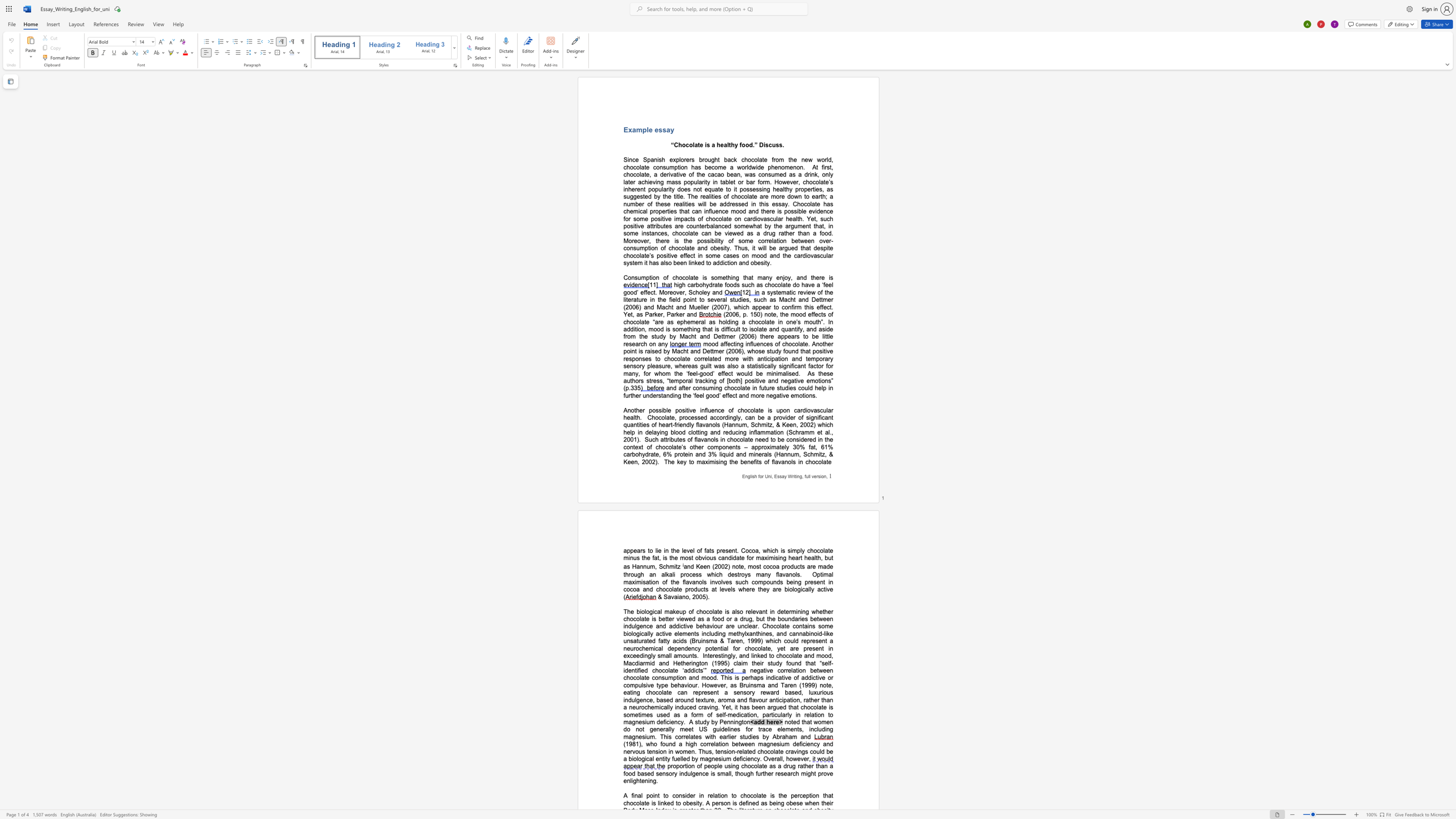  Describe the element at coordinates (768, 145) in the screenshot. I see `the space between the continuous character "s" and "c" in the text` at that location.